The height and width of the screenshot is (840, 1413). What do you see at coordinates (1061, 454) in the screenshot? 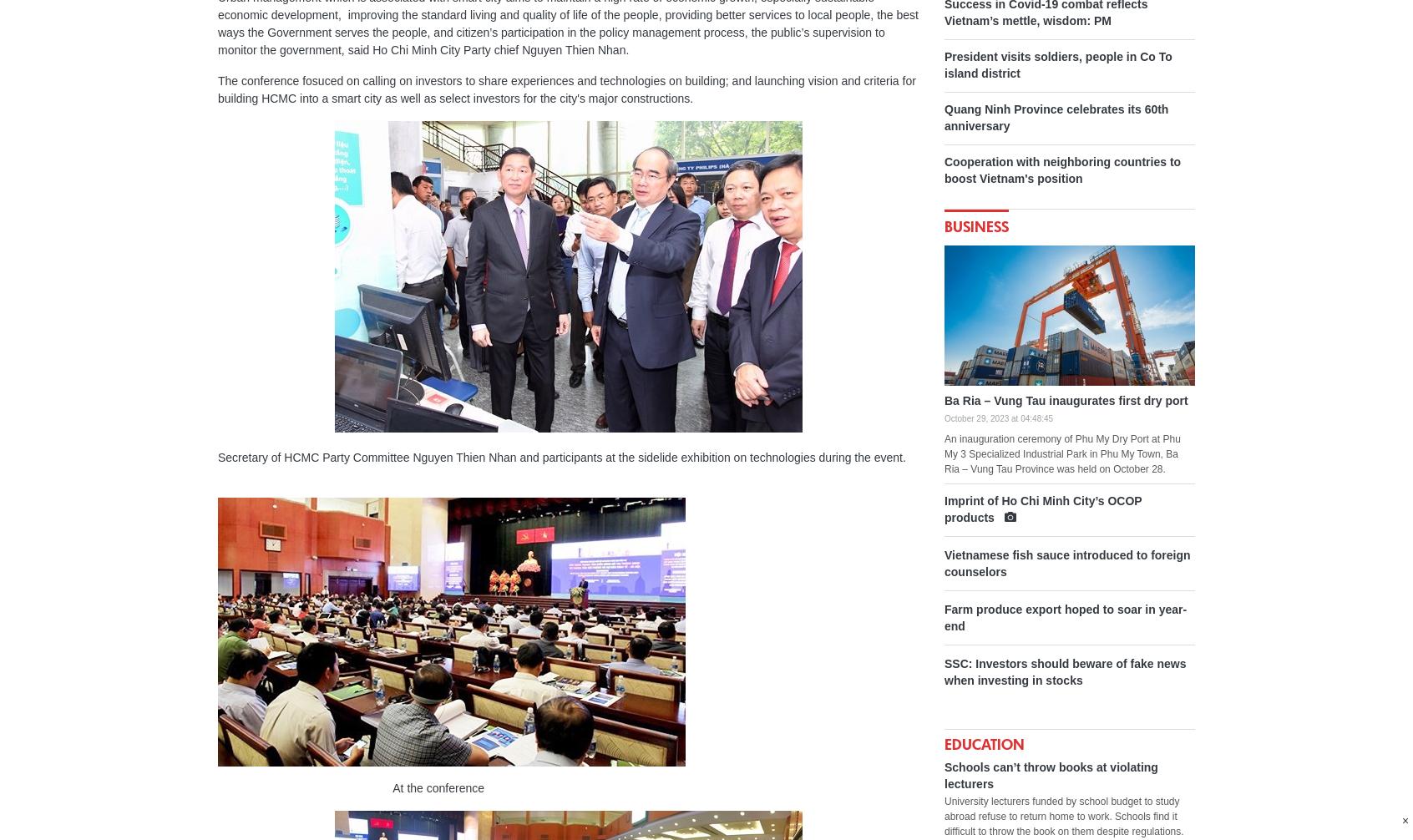
I see `'An inauguration ceremony of Phu My Dry Port at Phu My 3 Specialized Industrial Park in Phu My Town, Ba Ria – Vung Tau Province was held on October 28.'` at bounding box center [1061, 454].